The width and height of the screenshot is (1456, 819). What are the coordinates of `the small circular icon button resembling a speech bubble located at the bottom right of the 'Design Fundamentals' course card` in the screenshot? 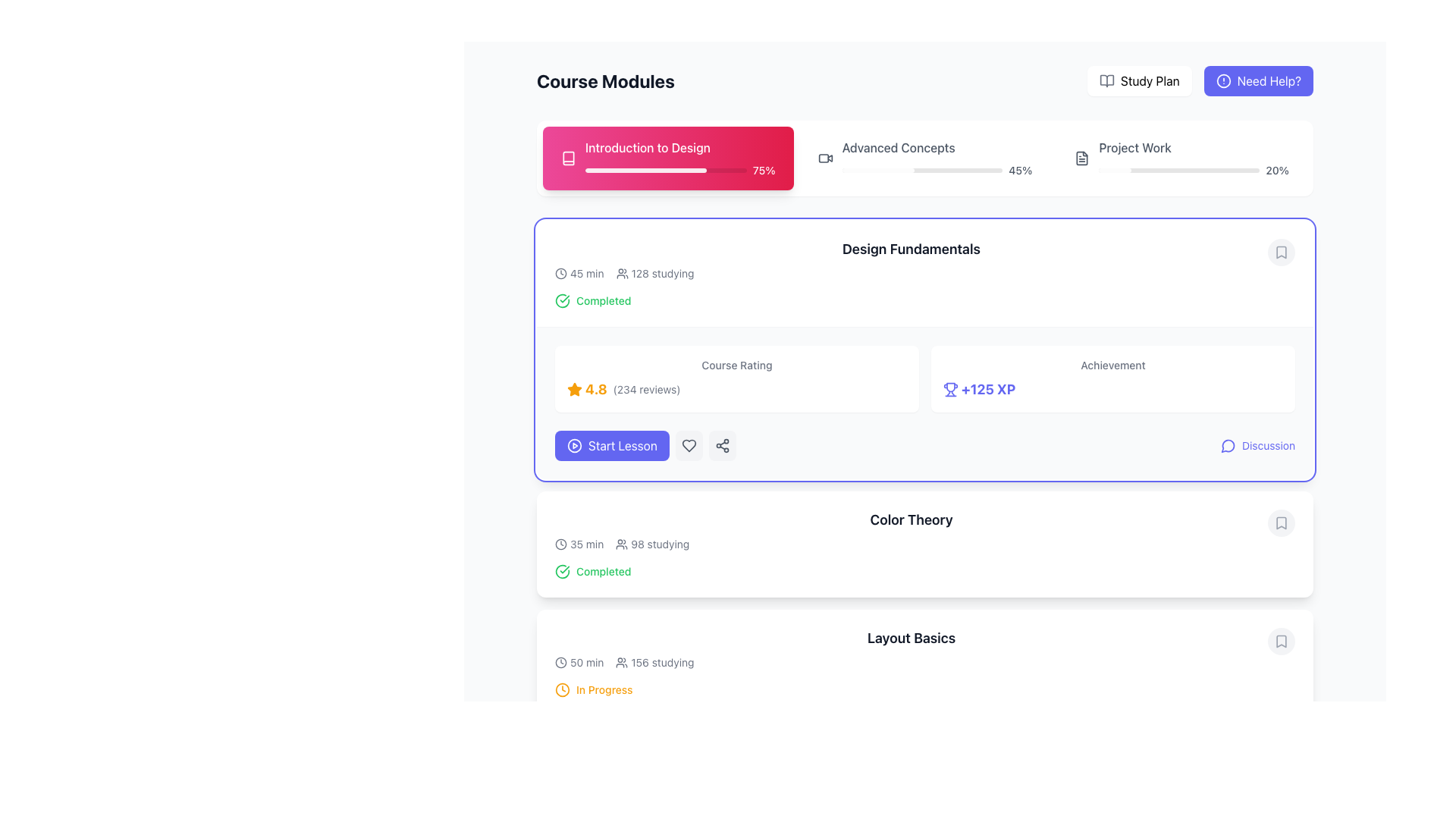 It's located at (1228, 445).